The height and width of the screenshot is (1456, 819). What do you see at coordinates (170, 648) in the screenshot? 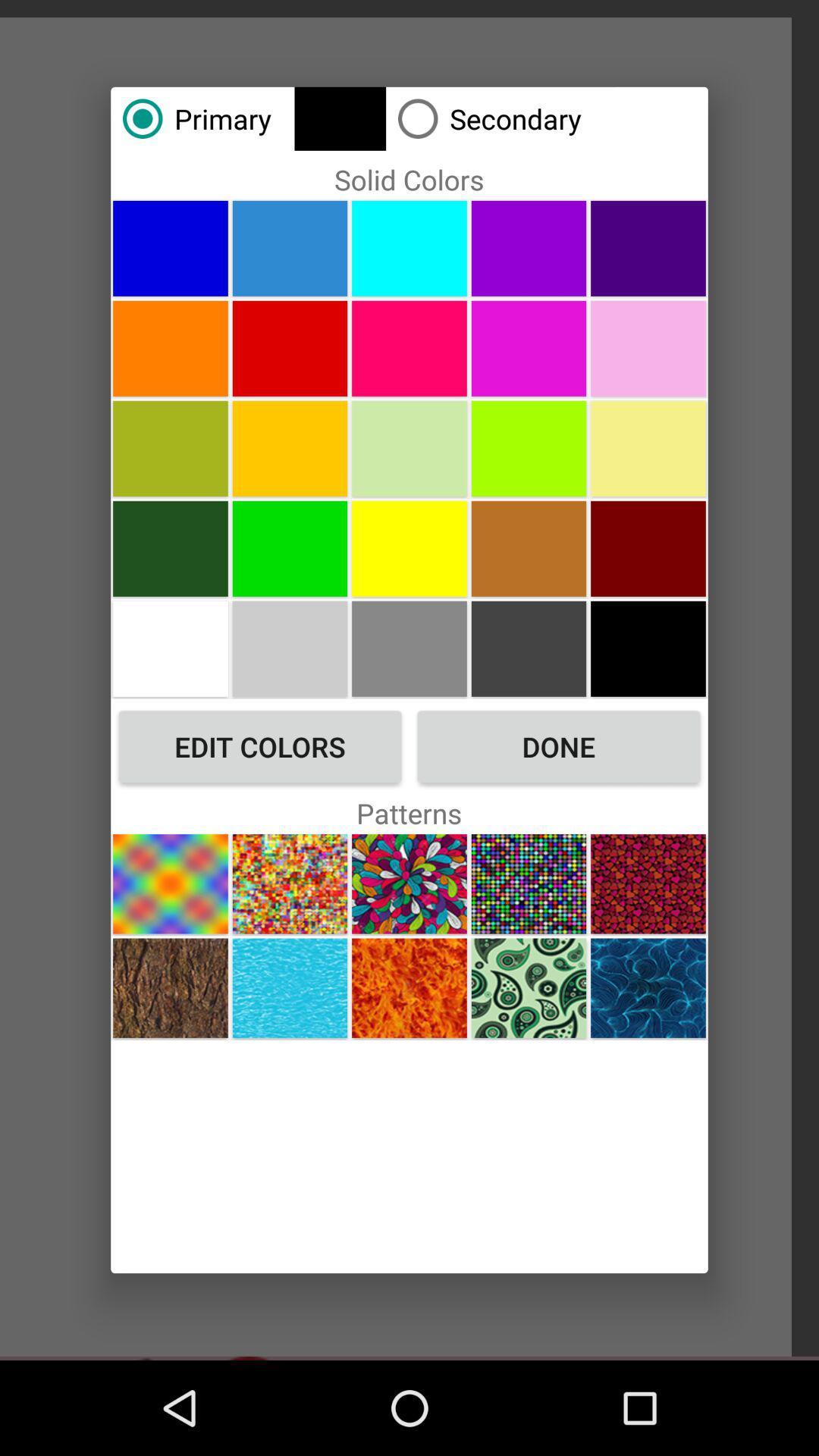
I see `button above edit colors item` at bounding box center [170, 648].